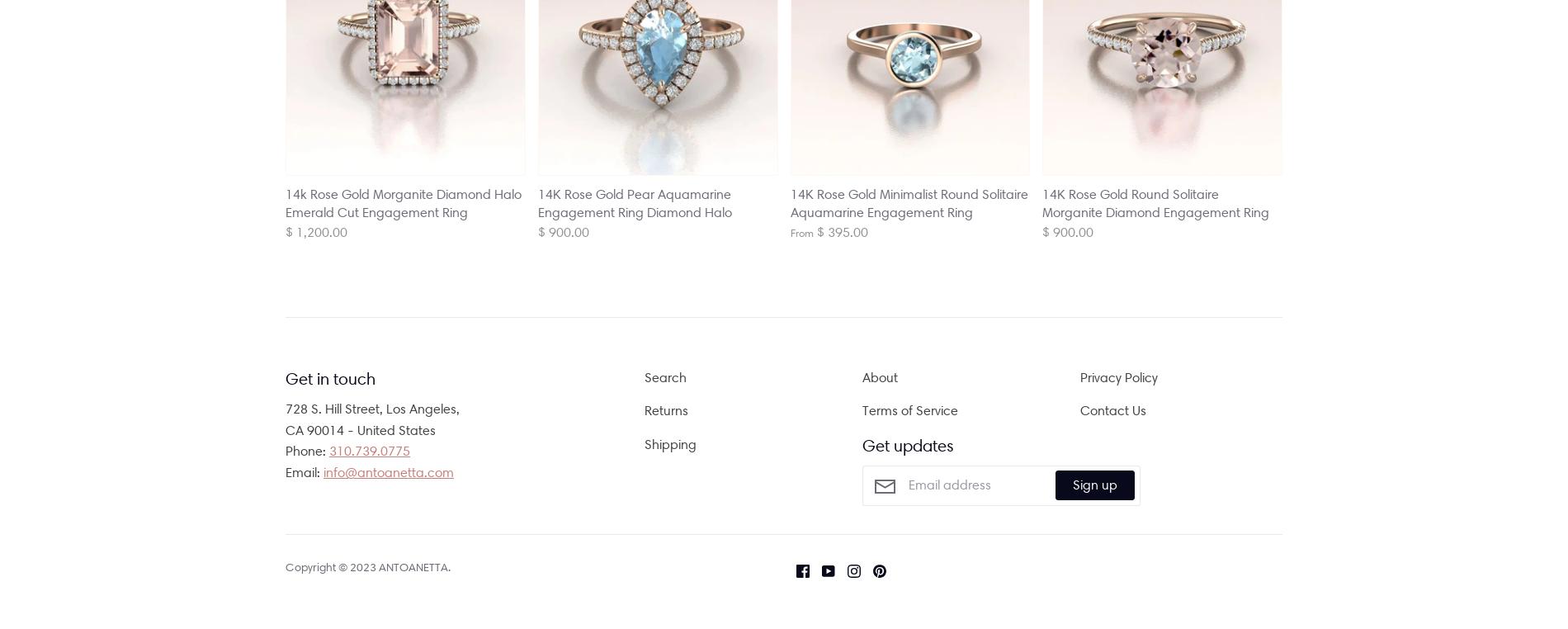  Describe the element at coordinates (449, 565) in the screenshot. I see `'.'` at that location.